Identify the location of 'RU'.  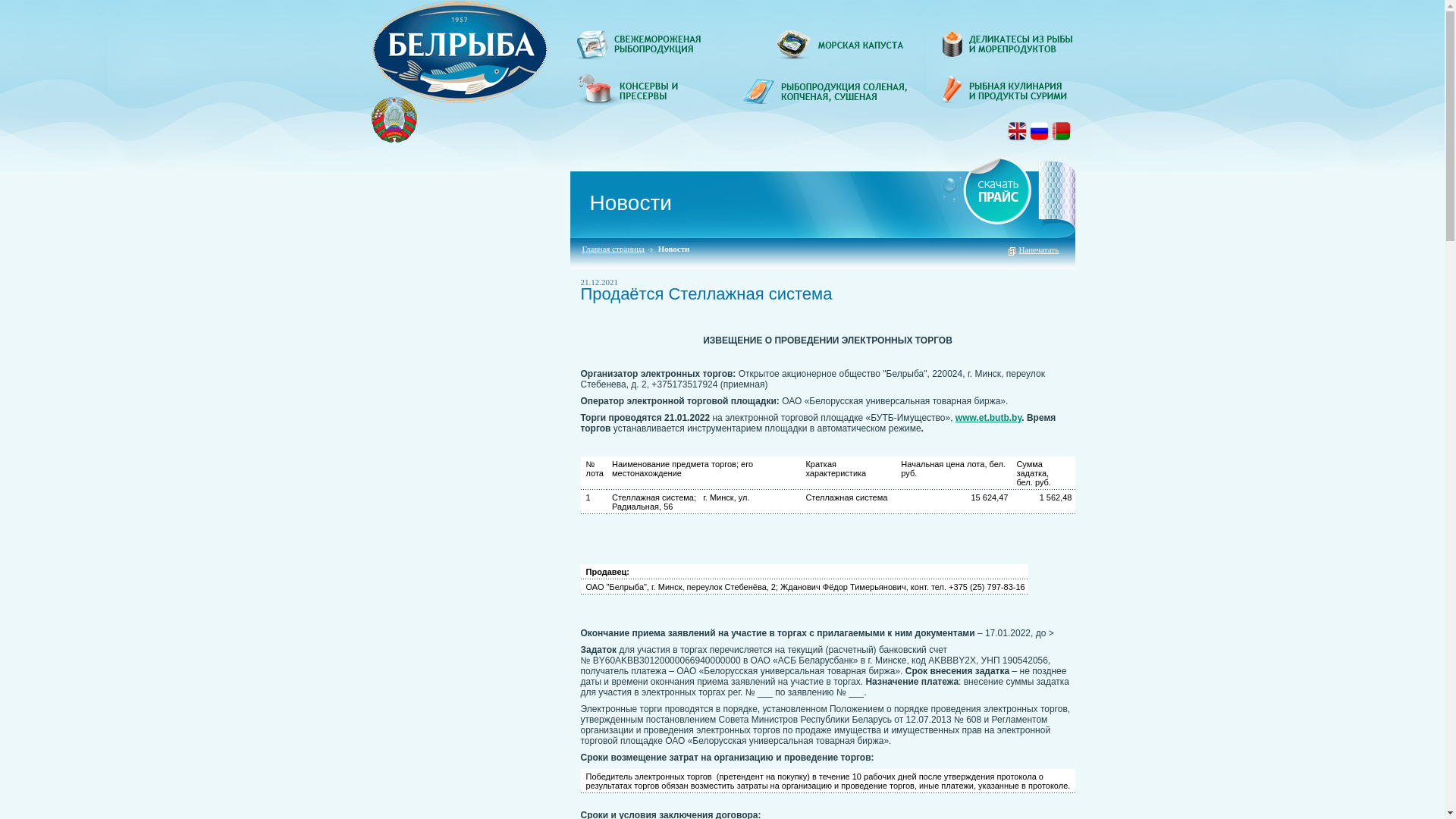
(1038, 130).